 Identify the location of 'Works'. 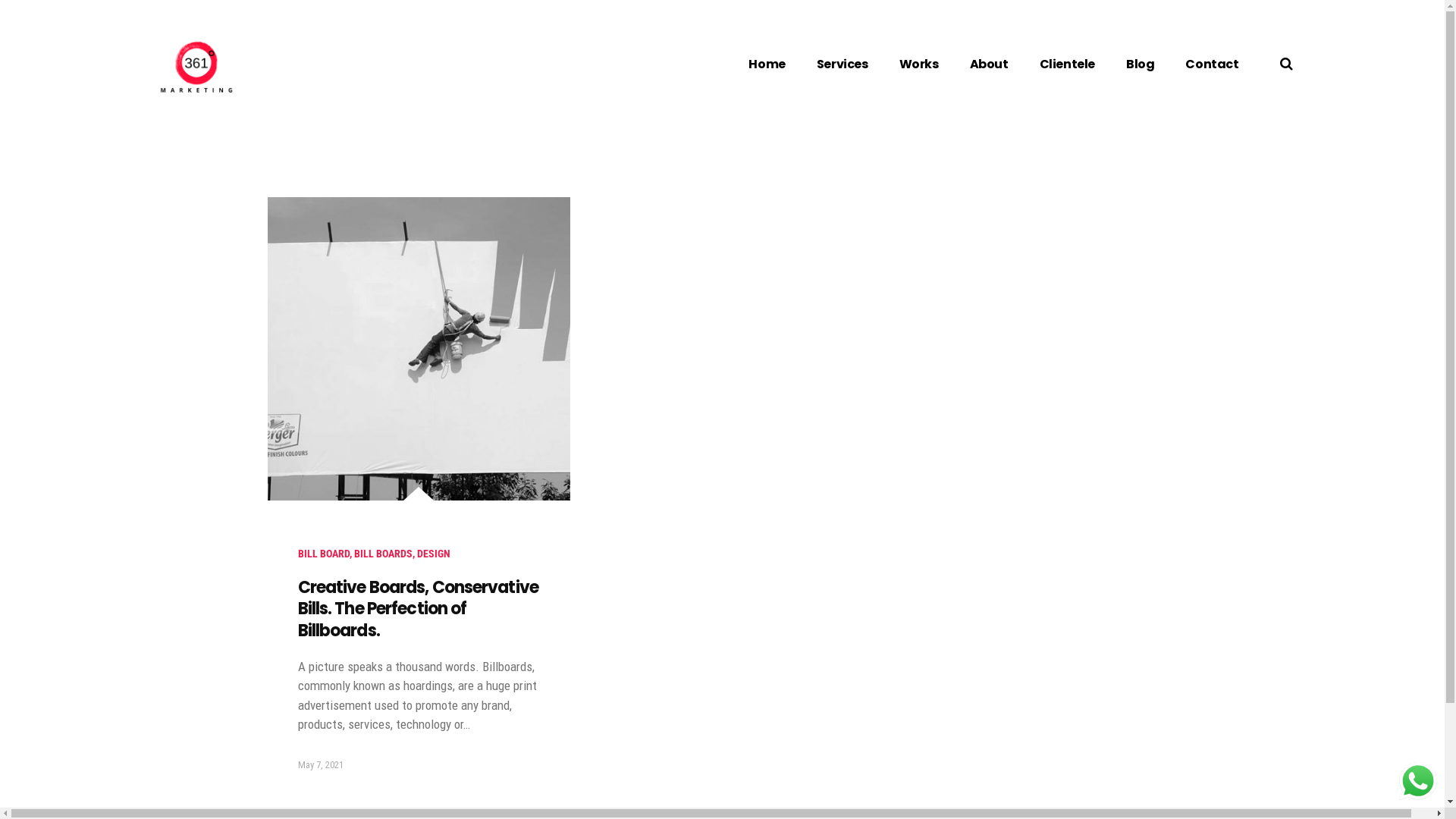
(918, 63).